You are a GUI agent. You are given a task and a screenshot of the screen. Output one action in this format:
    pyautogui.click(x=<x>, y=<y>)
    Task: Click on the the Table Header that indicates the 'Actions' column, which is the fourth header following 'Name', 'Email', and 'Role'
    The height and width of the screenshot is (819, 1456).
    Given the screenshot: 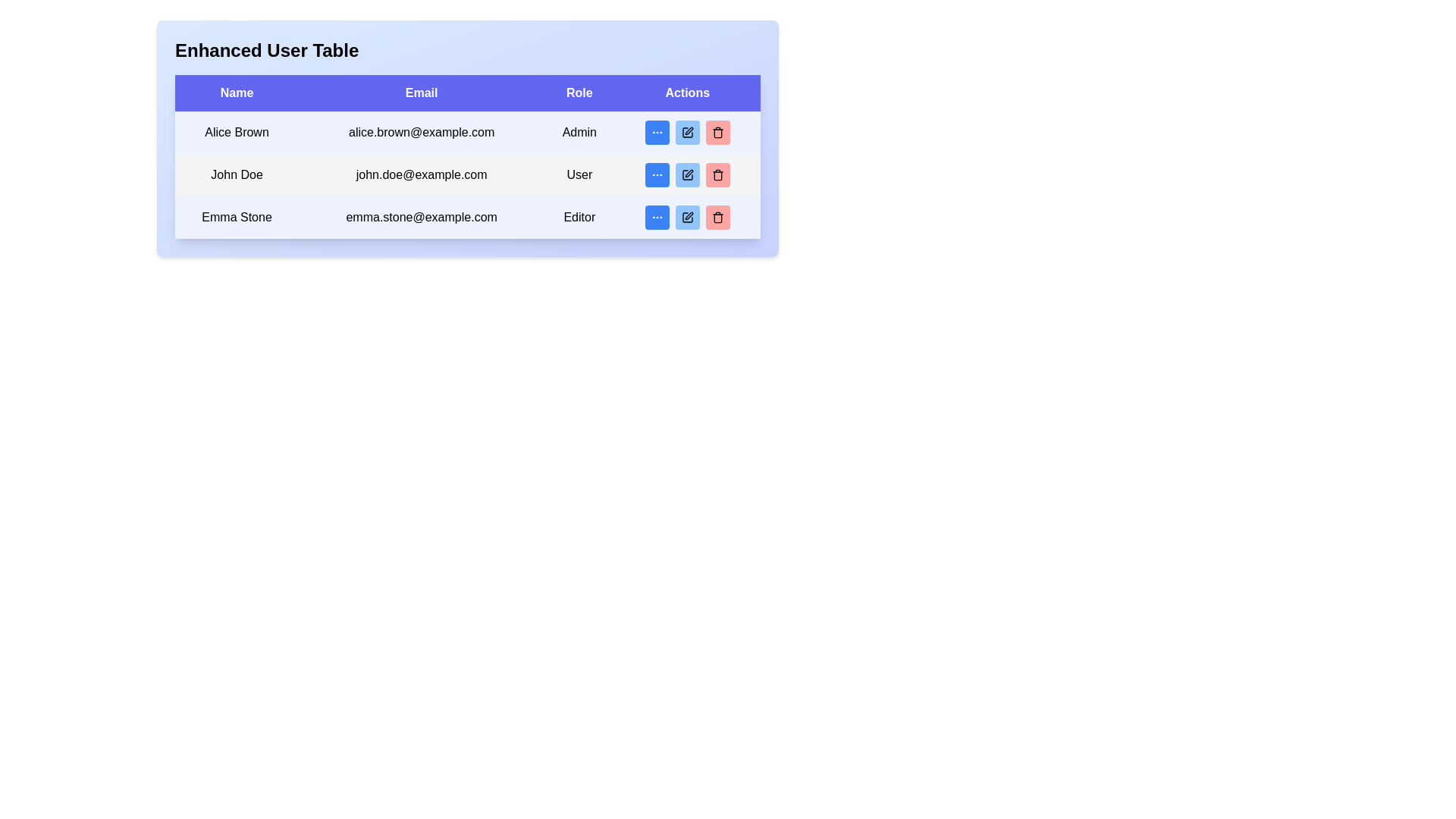 What is the action you would take?
    pyautogui.click(x=686, y=93)
    